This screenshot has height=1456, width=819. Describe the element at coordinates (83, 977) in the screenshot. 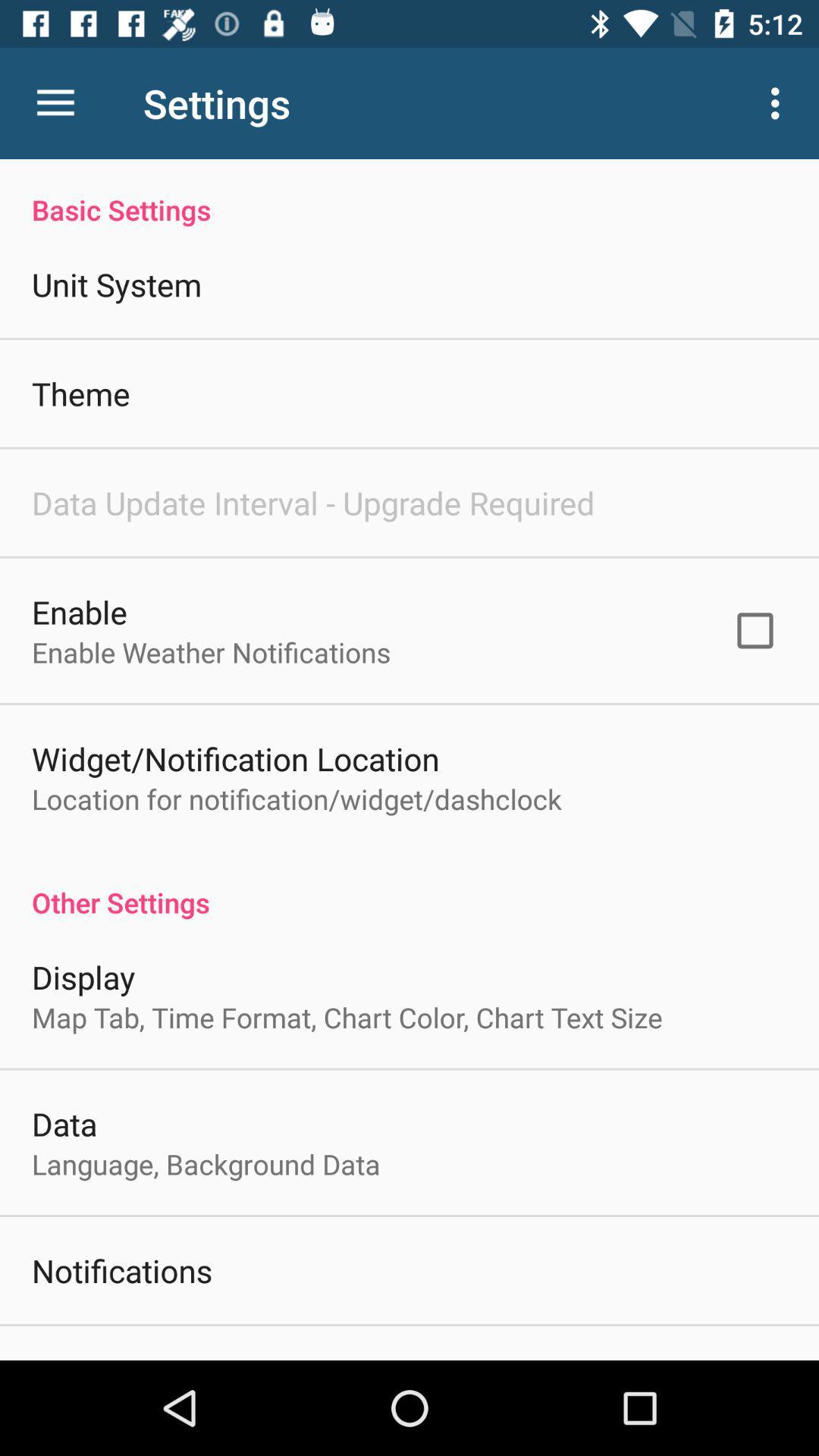

I see `icon below other settings` at that location.